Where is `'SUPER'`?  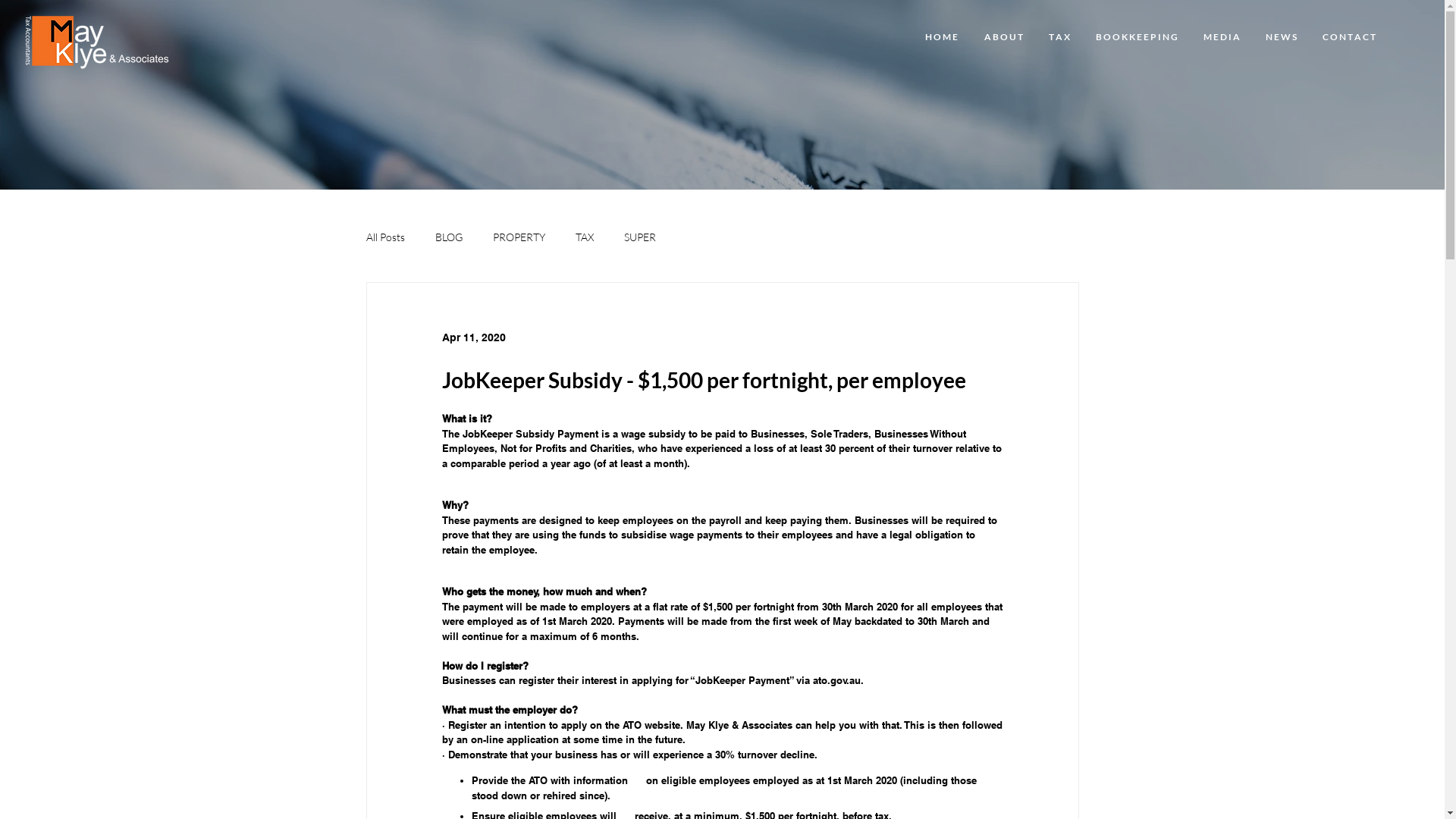
'SUPER' is located at coordinates (639, 237).